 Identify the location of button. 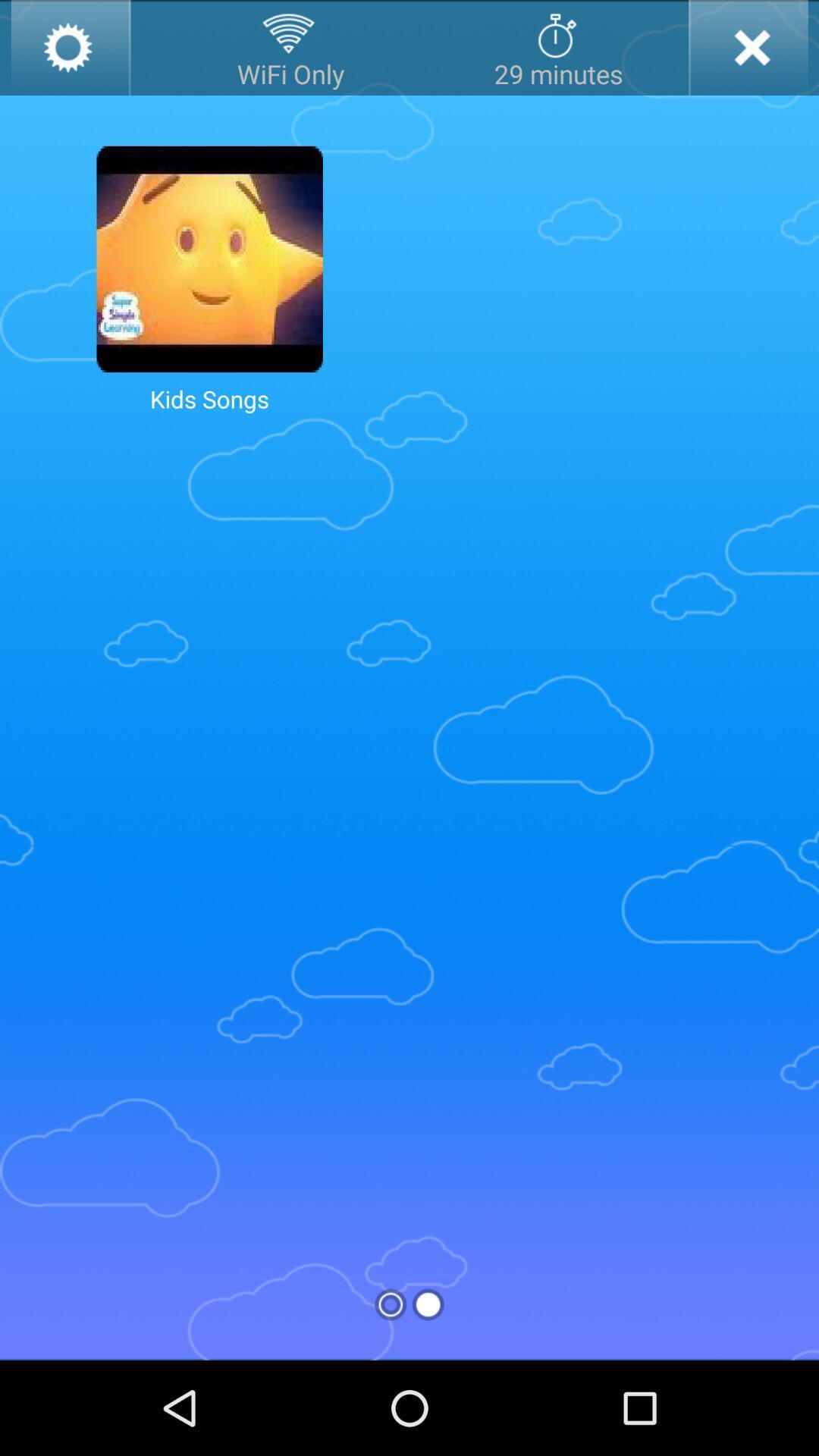
(747, 47).